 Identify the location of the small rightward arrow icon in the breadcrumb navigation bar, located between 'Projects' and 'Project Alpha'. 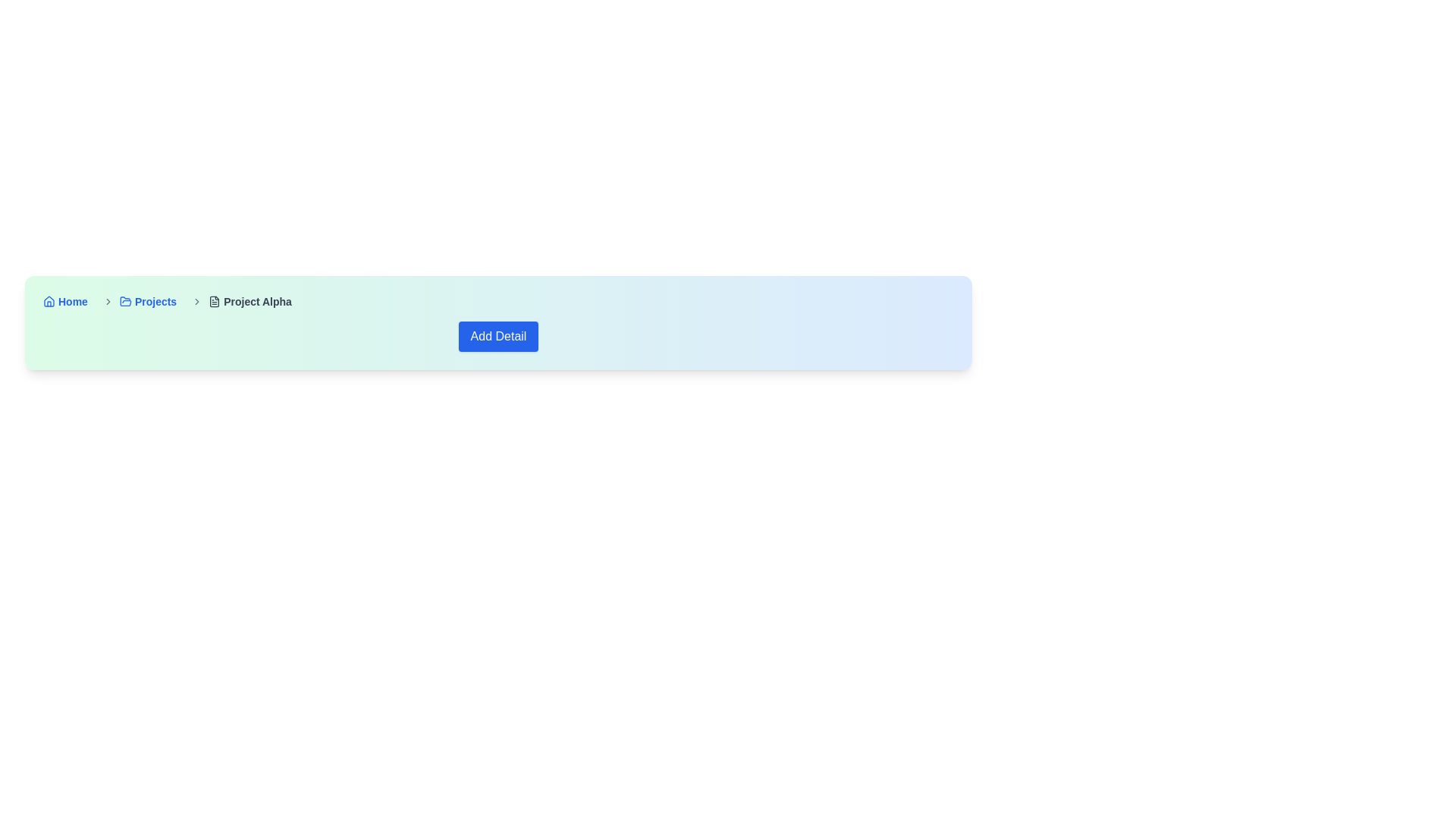
(196, 301).